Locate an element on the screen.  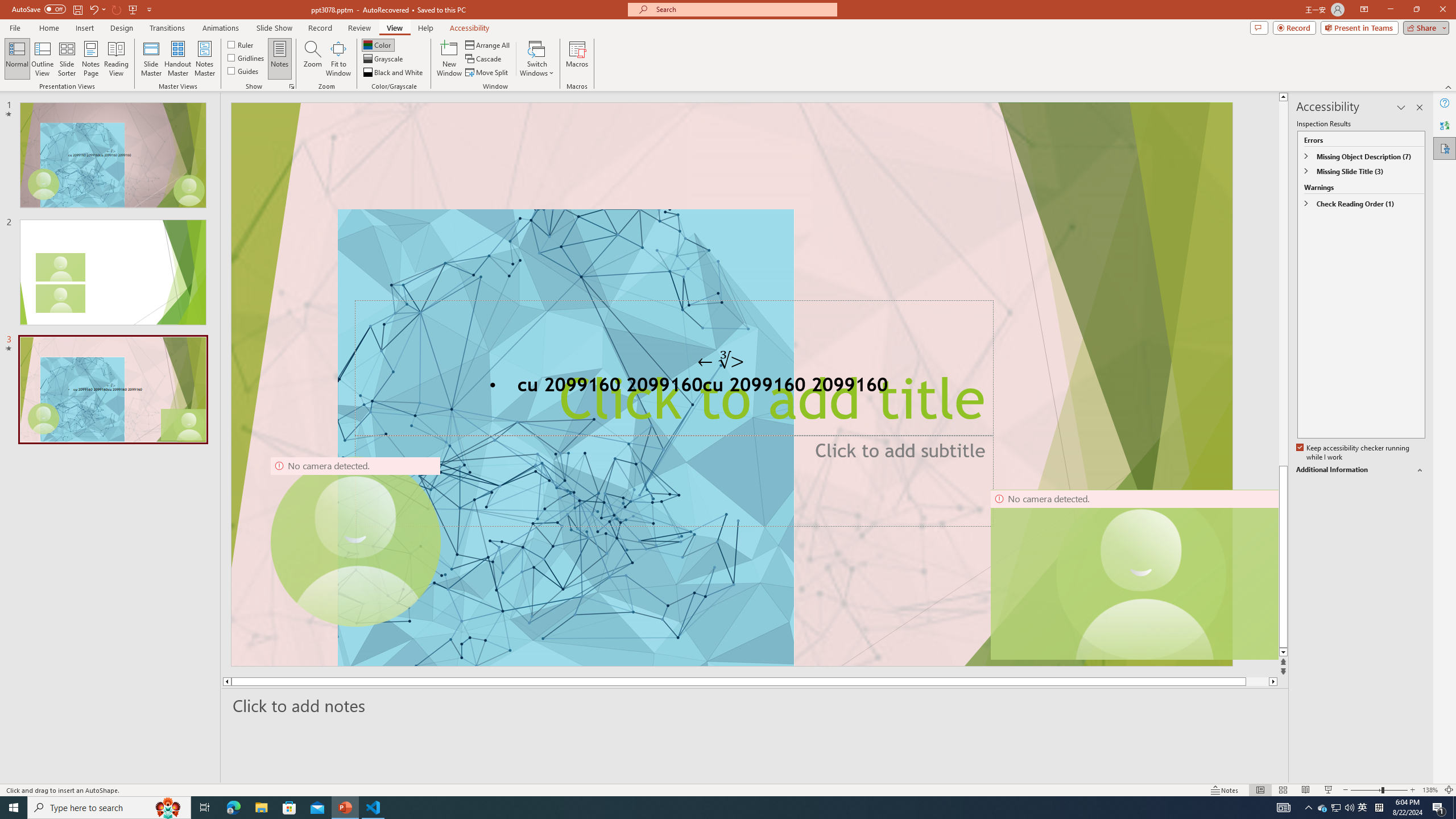
'Quick Access Toolbar' is located at coordinates (82, 9).